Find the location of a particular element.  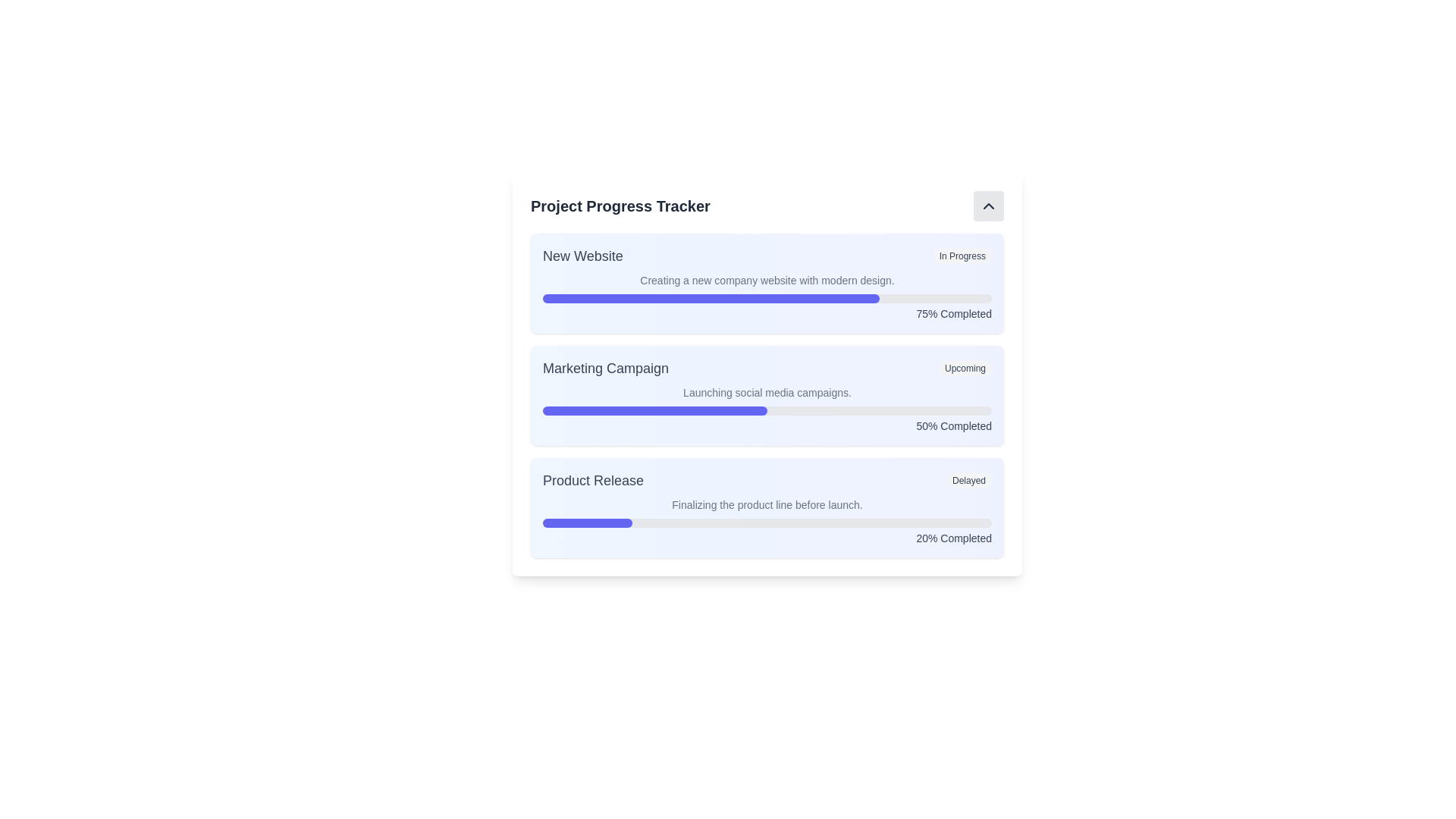

the indigo-blue progress bar indicating completion within the 'New Website' task progress card, located beneath the task title and description, and above the '75% Completed' text is located at coordinates (710, 298).